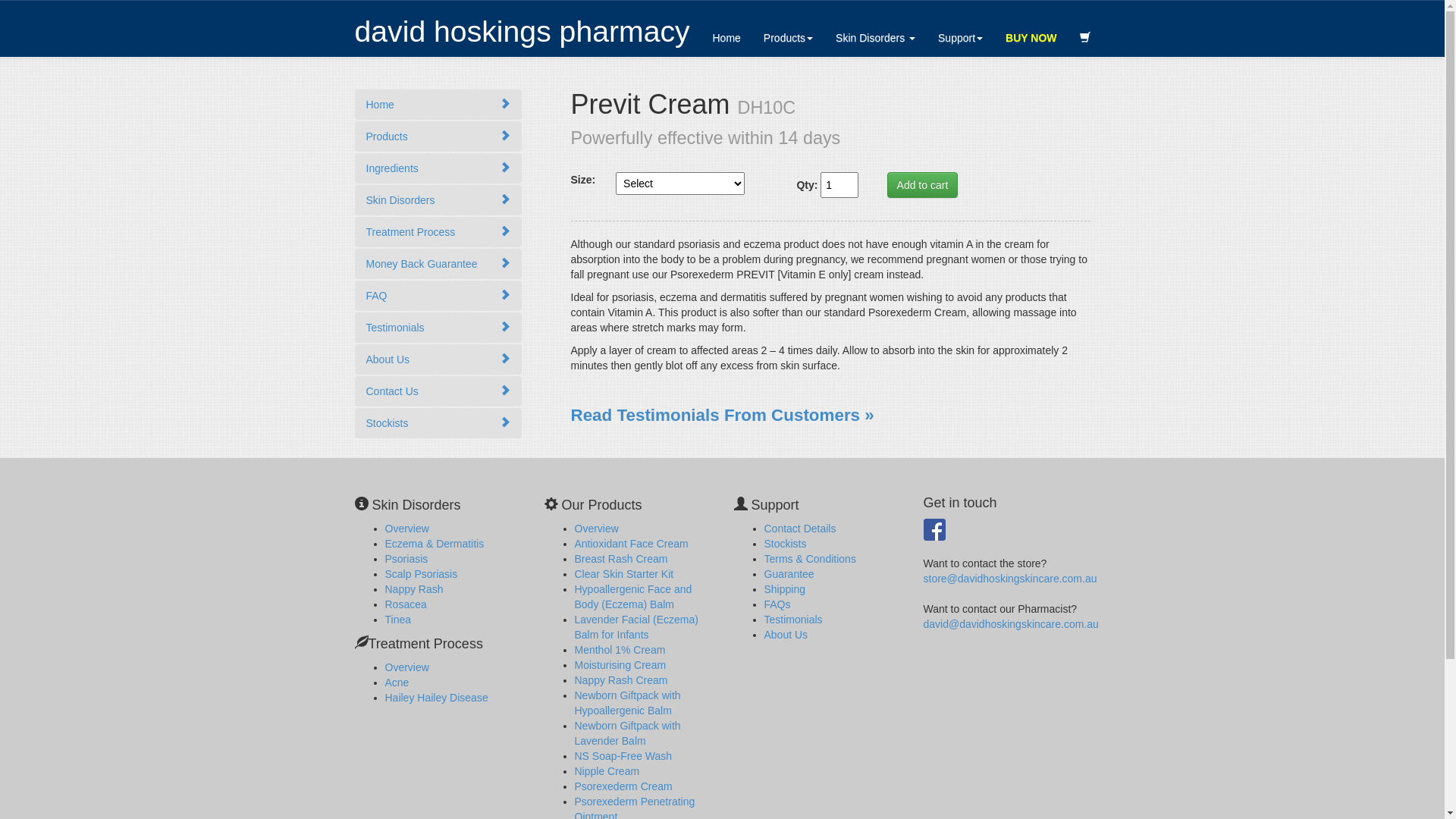 The width and height of the screenshot is (1456, 819). I want to click on 'Menthol 1% Cream', so click(574, 648).